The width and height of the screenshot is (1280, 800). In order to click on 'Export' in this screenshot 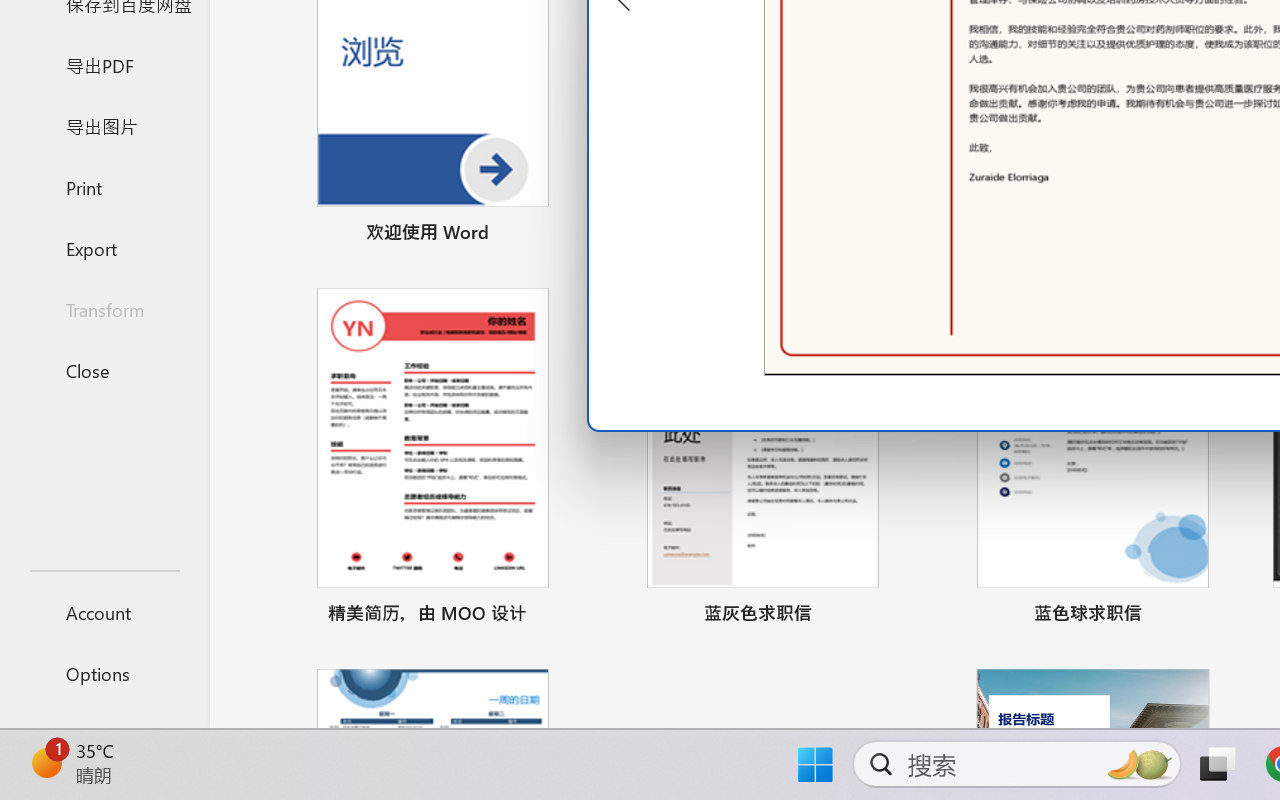, I will do `click(103, 247)`.